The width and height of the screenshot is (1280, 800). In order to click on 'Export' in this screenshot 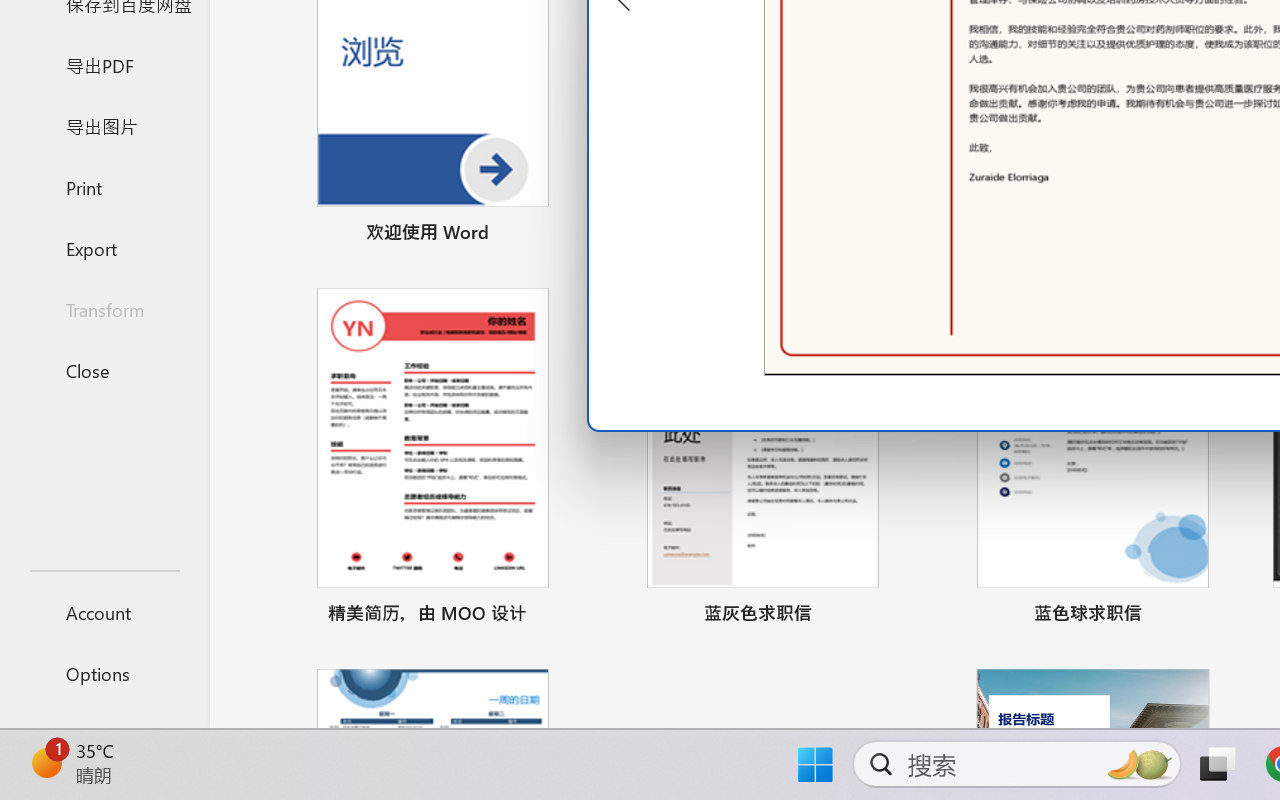, I will do `click(103, 247)`.